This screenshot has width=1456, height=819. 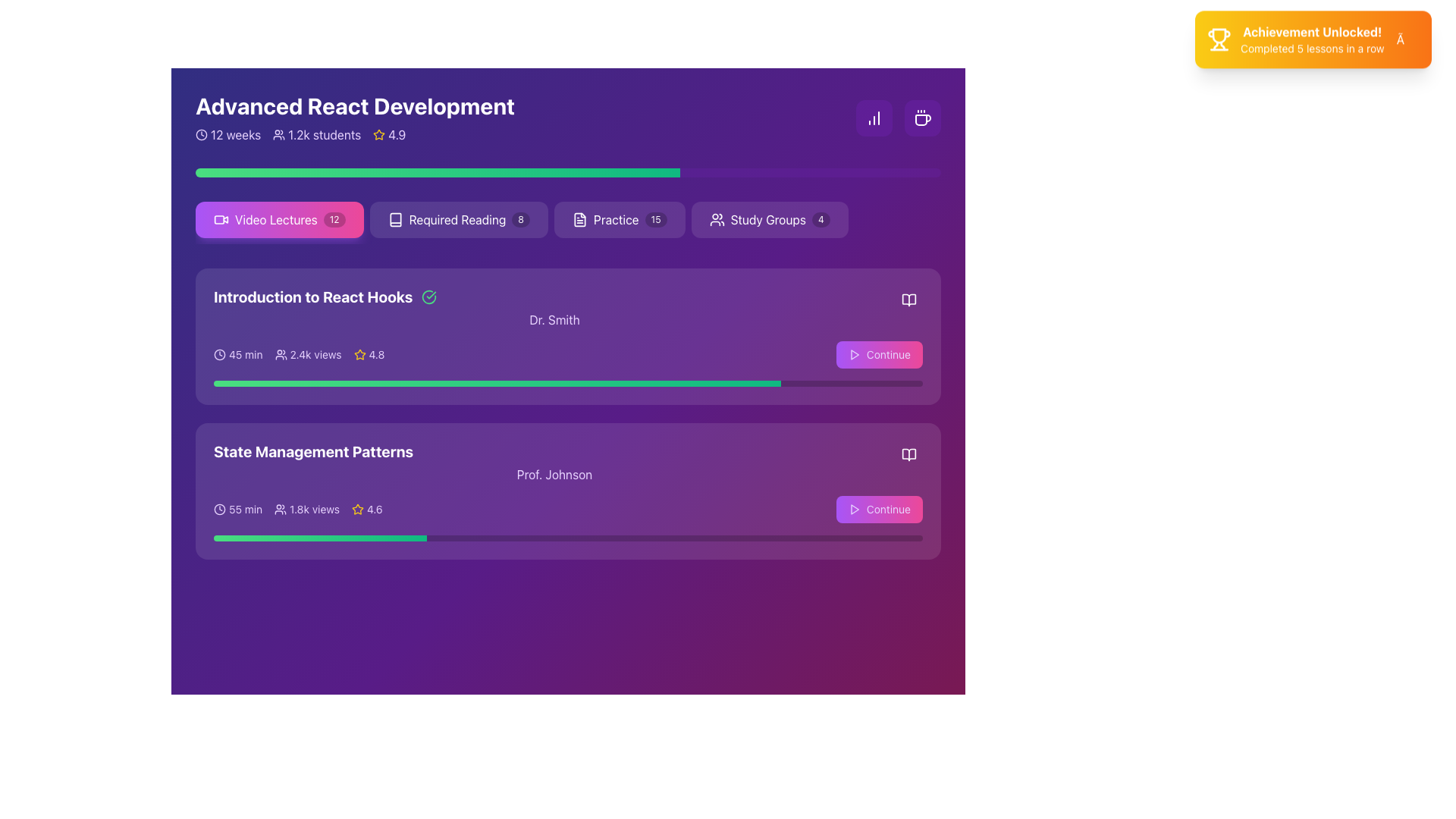 What do you see at coordinates (567, 382) in the screenshot?
I see `the progress represented in the narrow horizontal progress bar with a gradient fill from green to emerald, located within the card for 'Introduction to React Hooks', positioned below 'Dr. Smith'` at bounding box center [567, 382].